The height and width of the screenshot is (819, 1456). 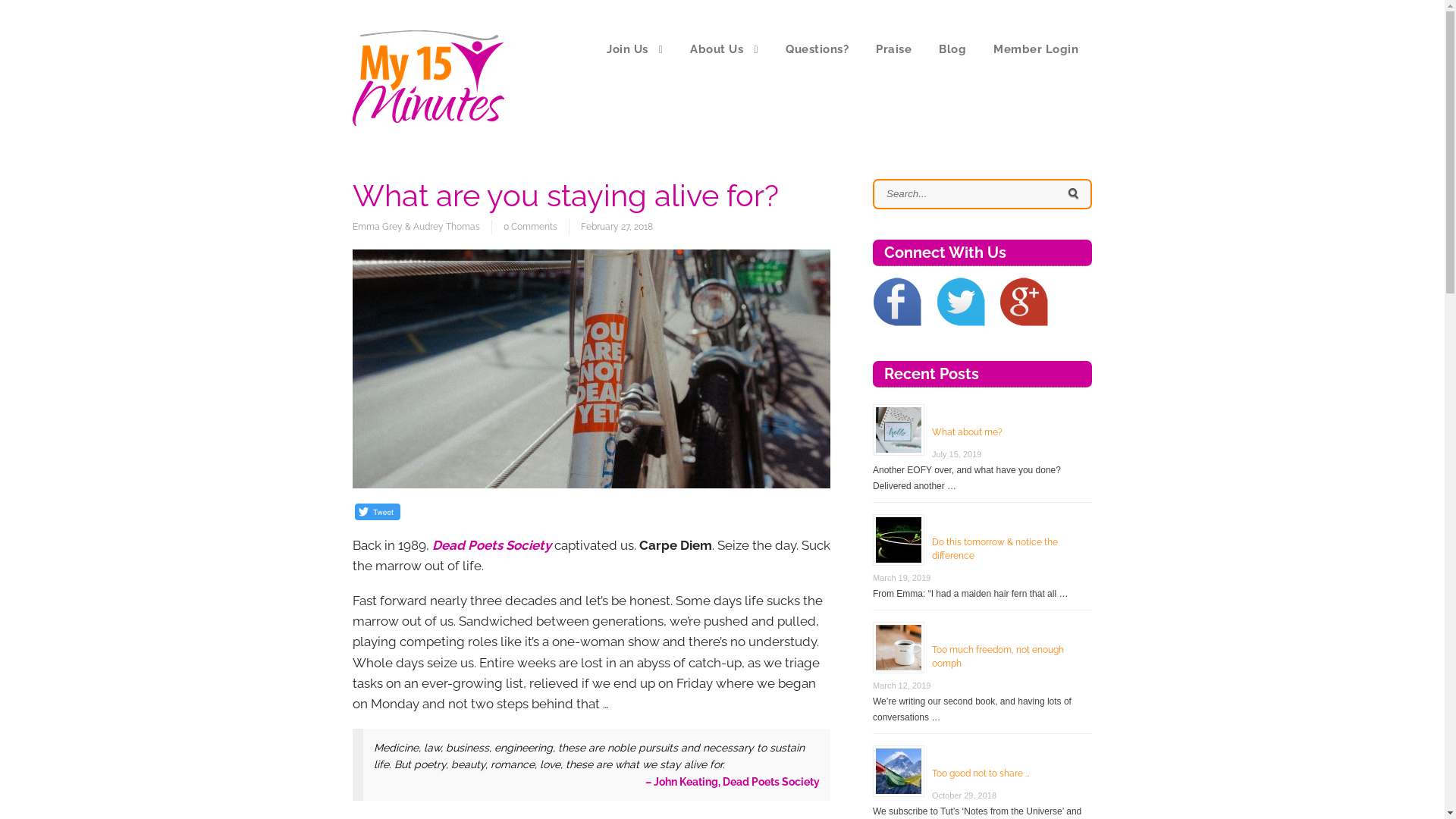 What do you see at coordinates (924, 49) in the screenshot?
I see `'Blog'` at bounding box center [924, 49].